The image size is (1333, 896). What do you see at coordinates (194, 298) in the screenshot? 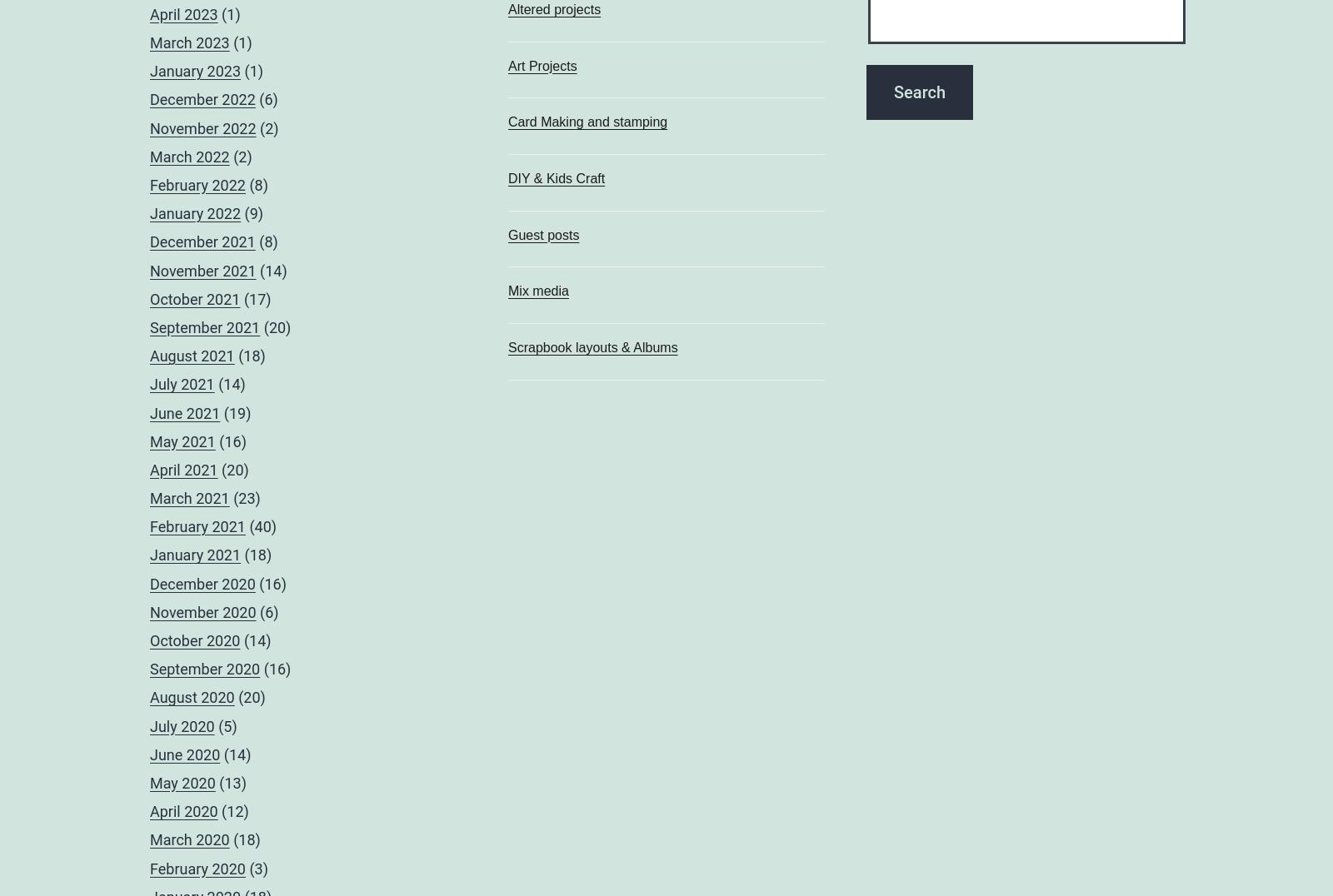
I see `'October 2021'` at bounding box center [194, 298].